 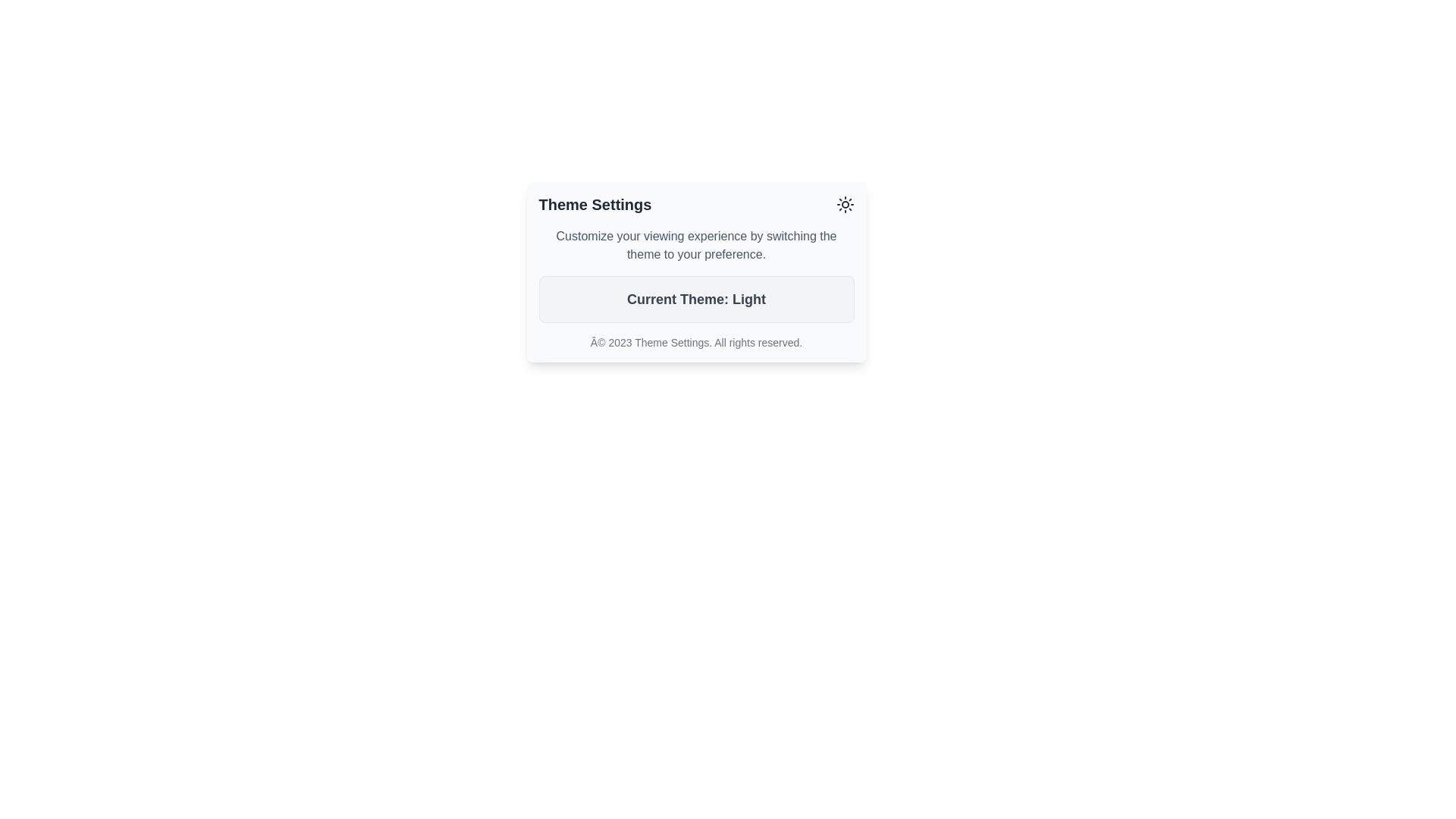 What do you see at coordinates (844, 205) in the screenshot?
I see `the theme toggle button to switch the theme between light and dark modes` at bounding box center [844, 205].